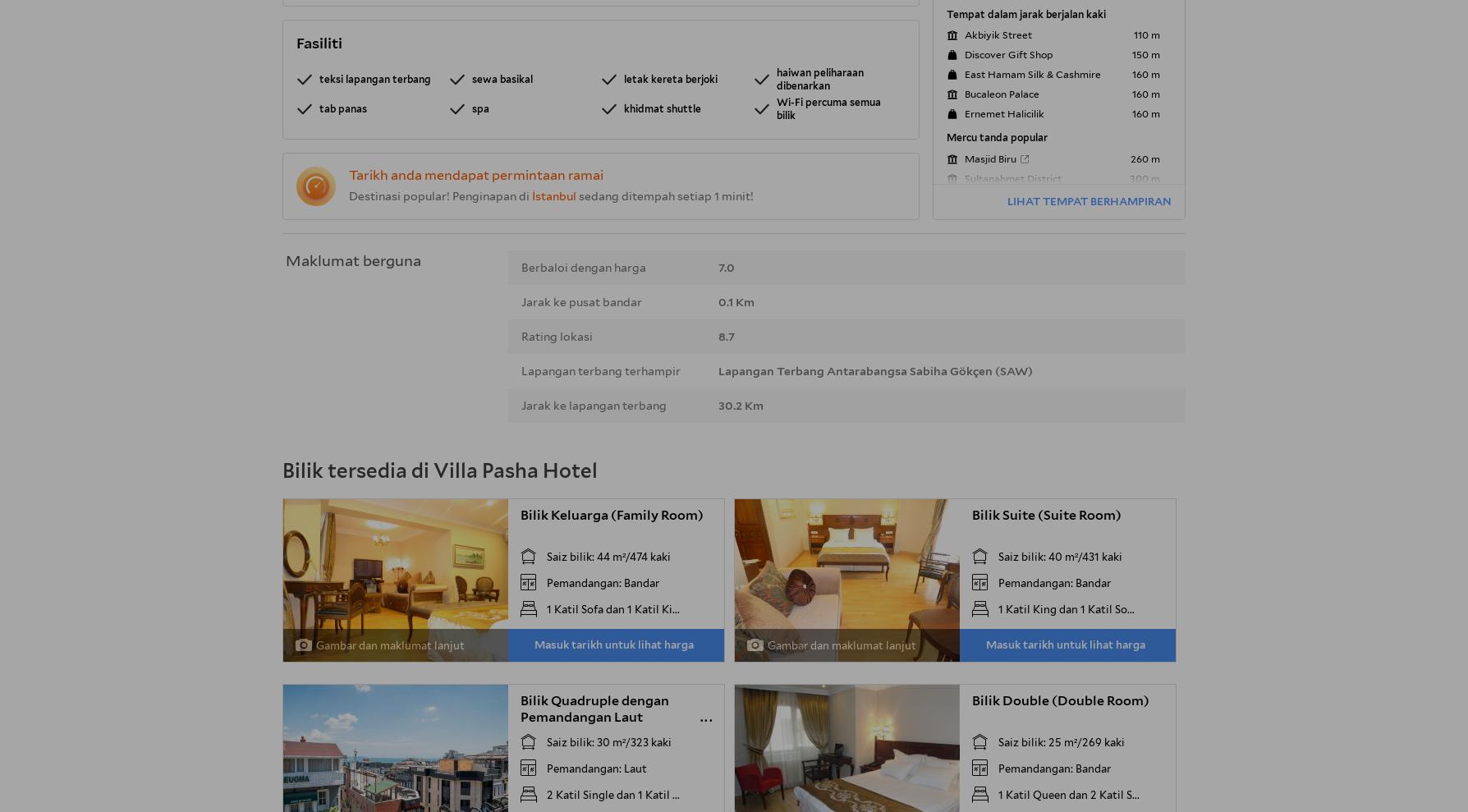 The width and height of the screenshot is (1468, 812). What do you see at coordinates (1002, 341) in the screenshot?
I see `'Mosaic Museum'` at bounding box center [1002, 341].